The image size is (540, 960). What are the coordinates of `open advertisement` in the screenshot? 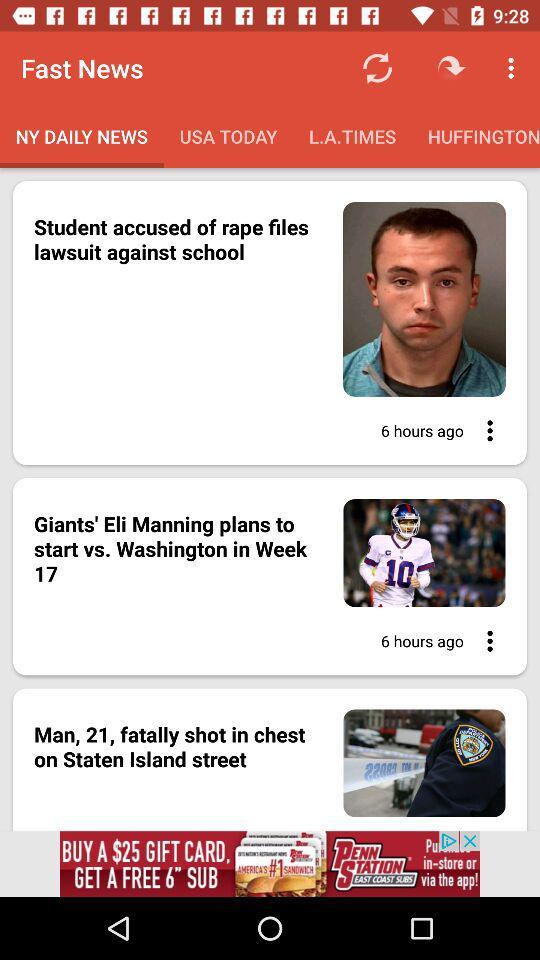 It's located at (270, 863).